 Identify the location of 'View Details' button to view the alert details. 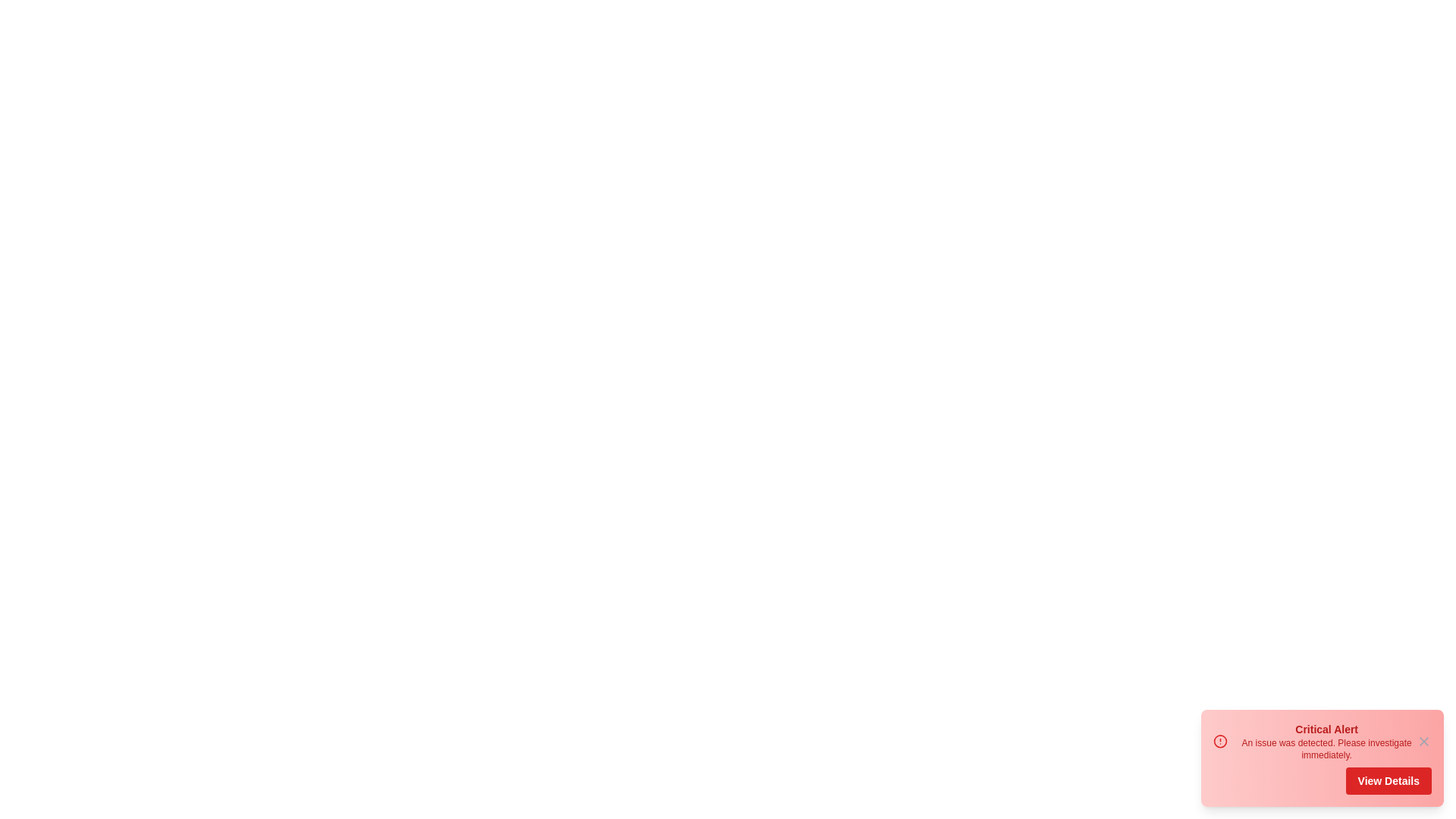
(1388, 780).